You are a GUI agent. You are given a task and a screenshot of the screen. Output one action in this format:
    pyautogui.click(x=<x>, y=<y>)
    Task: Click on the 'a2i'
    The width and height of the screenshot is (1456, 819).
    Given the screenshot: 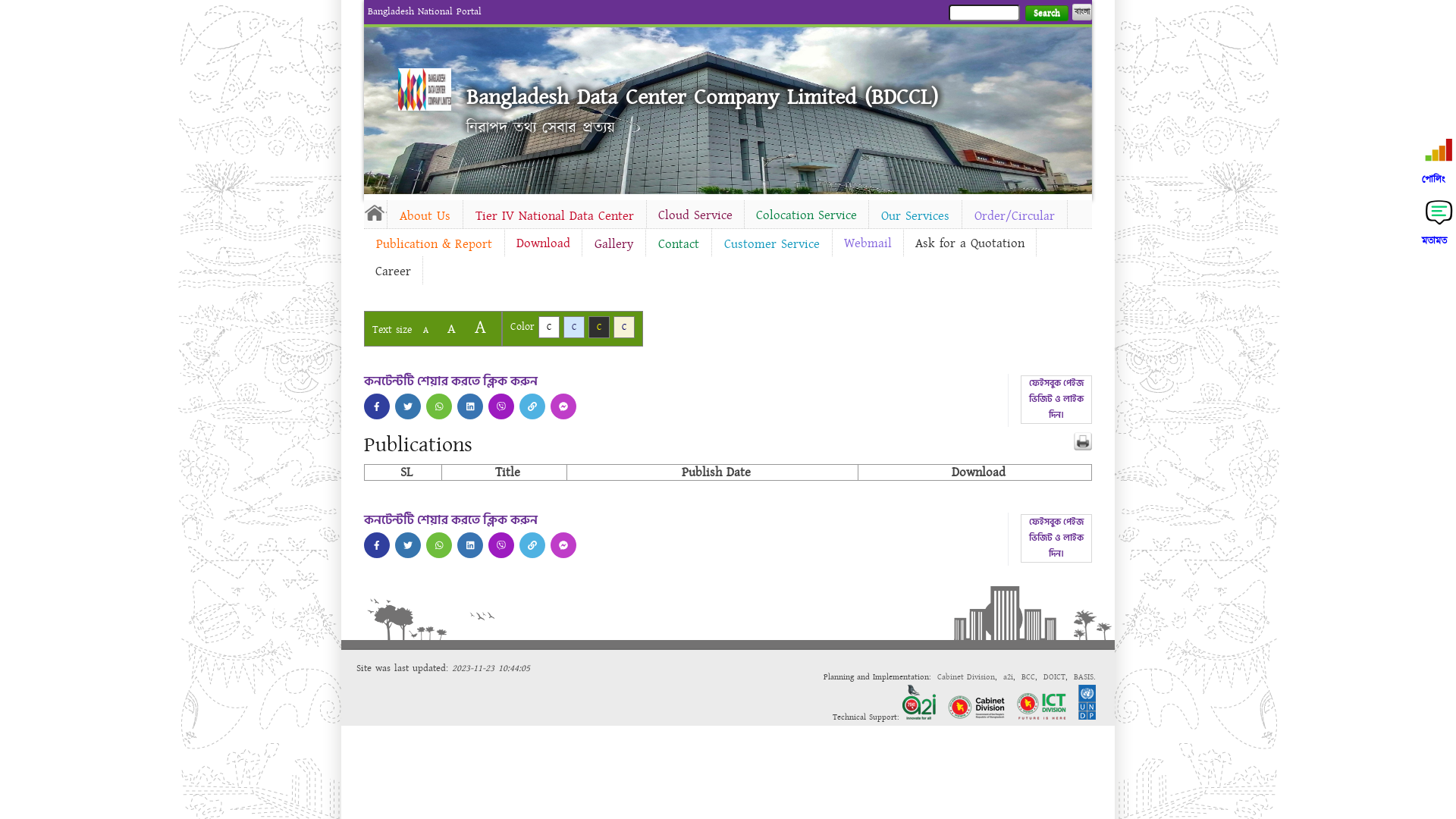 What is the action you would take?
    pyautogui.click(x=1008, y=676)
    